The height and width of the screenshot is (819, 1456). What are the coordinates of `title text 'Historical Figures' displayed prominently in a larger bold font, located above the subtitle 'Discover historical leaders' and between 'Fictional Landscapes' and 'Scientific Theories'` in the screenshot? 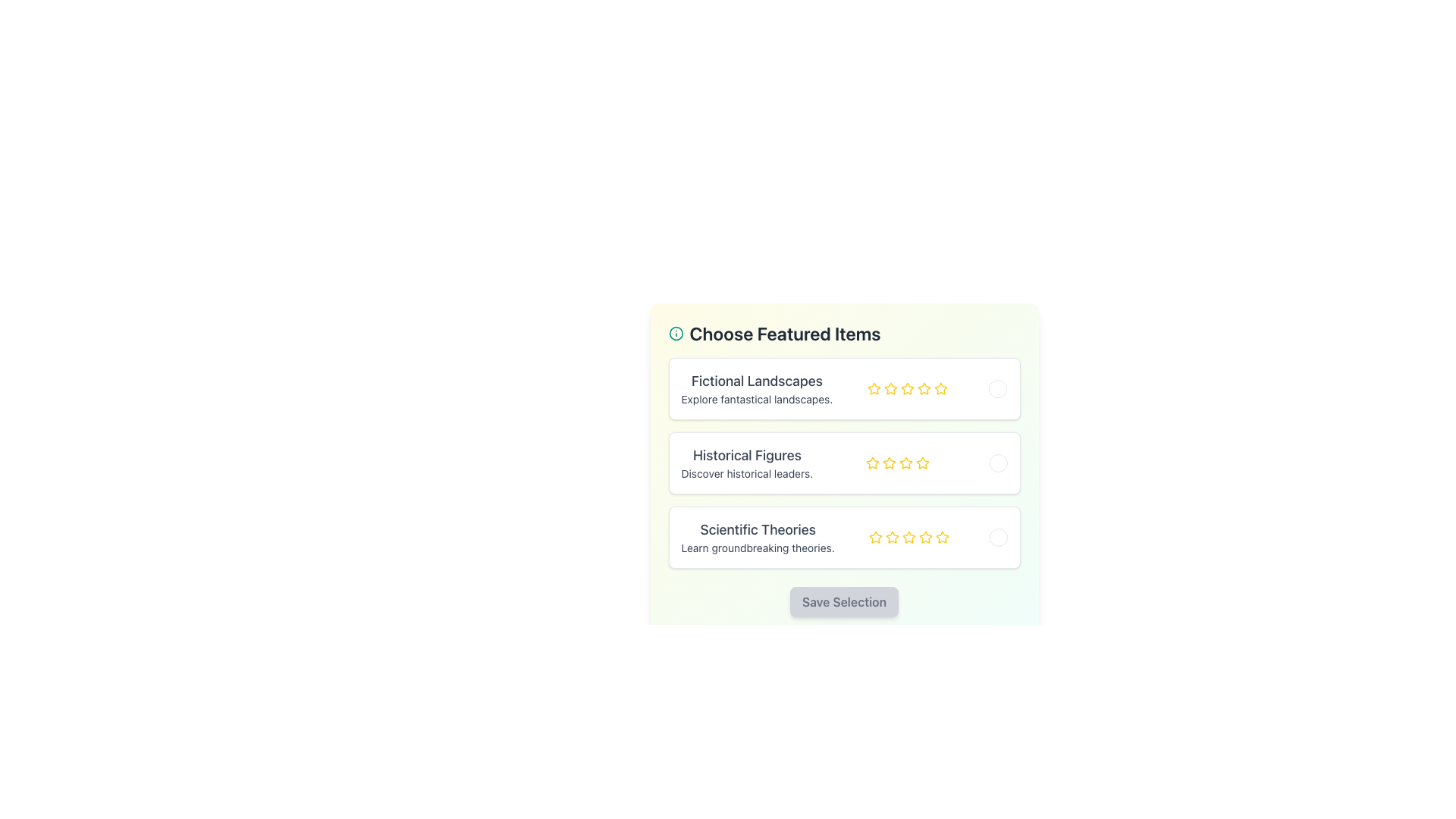 It's located at (747, 455).